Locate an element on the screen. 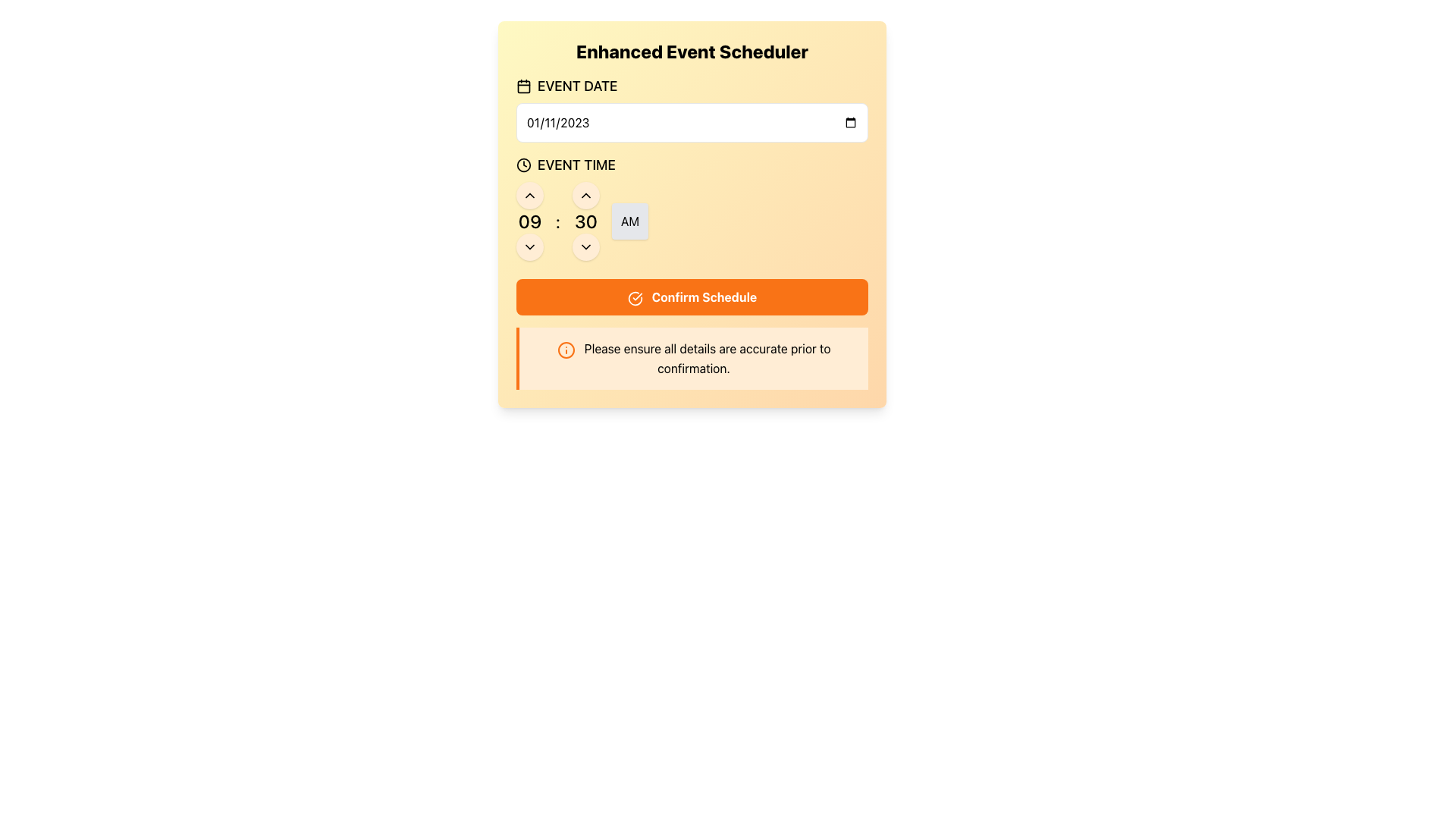 The width and height of the screenshot is (1456, 819). the clock icon located to the immediate left of the 'EVENT TIME' label in the scheduler interface is located at coordinates (524, 165).